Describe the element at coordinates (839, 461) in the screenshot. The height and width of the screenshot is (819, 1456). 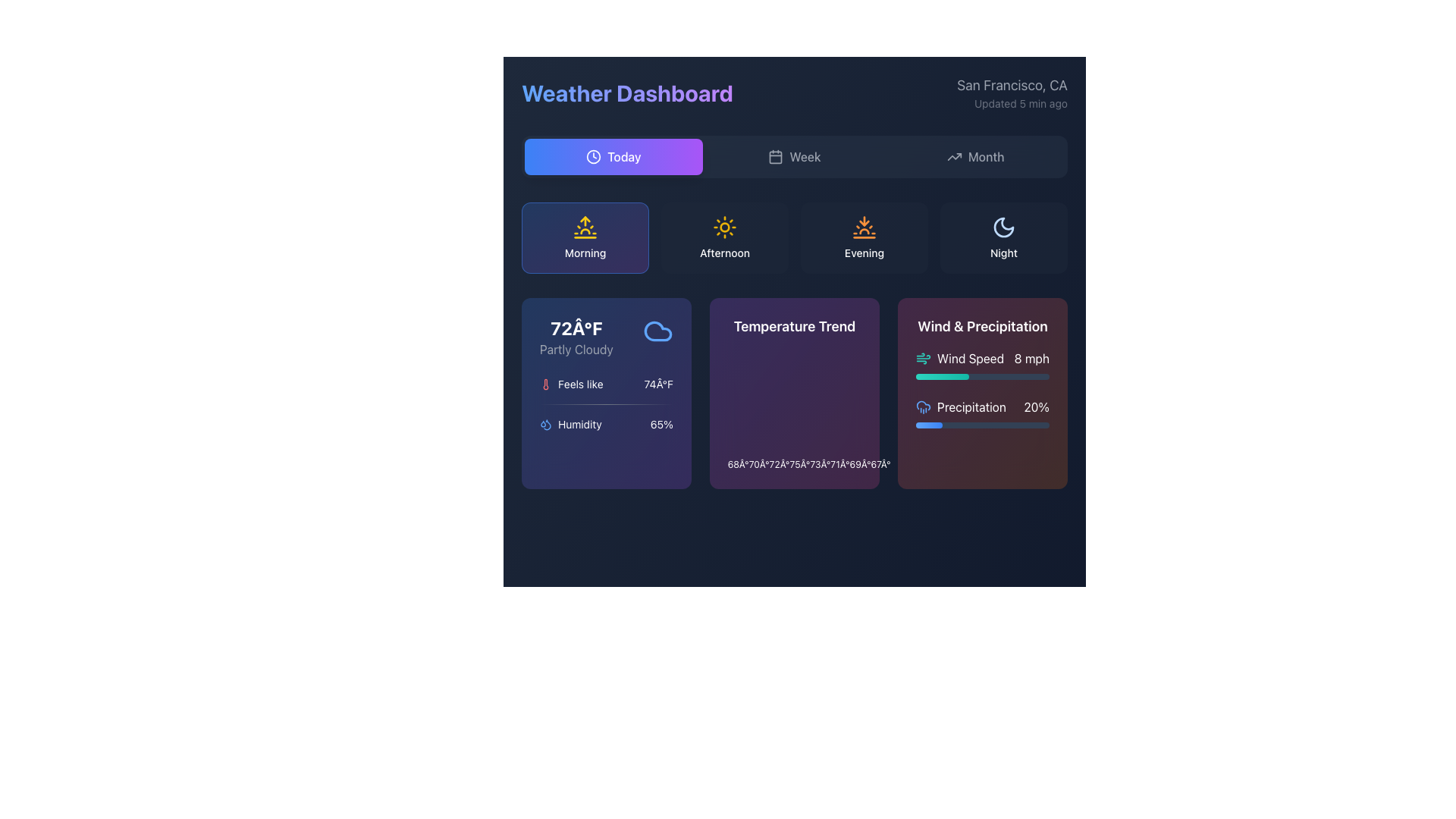
I see `associated text label of the graphical data point representation, which is the sixth bar from the left in the temperature trend chart, positioned between the bars representing '73°' and '69°'` at that location.